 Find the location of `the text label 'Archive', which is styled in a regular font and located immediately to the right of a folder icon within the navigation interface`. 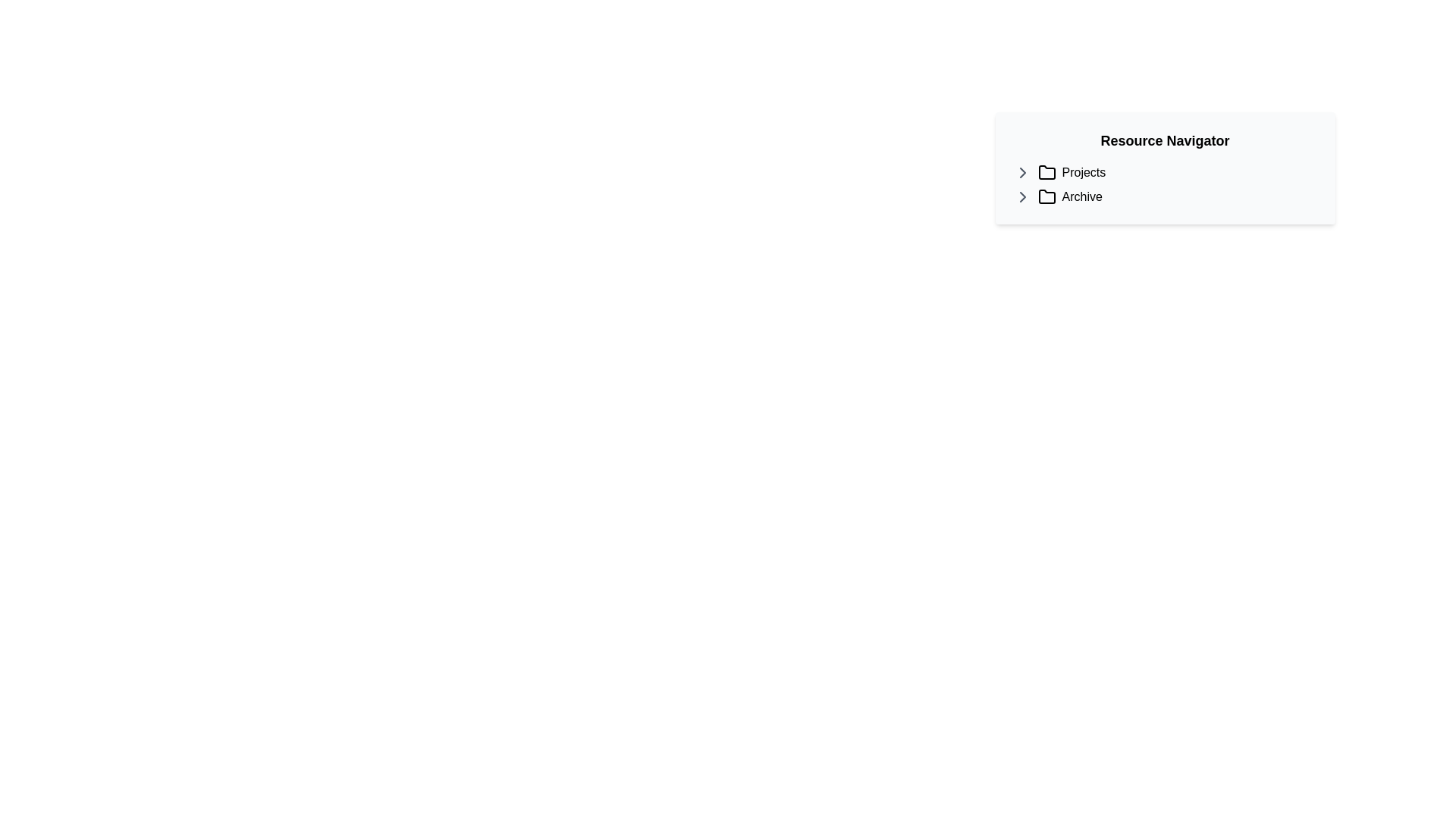

the text label 'Archive', which is styled in a regular font and located immediately to the right of a folder icon within the navigation interface is located at coordinates (1081, 196).